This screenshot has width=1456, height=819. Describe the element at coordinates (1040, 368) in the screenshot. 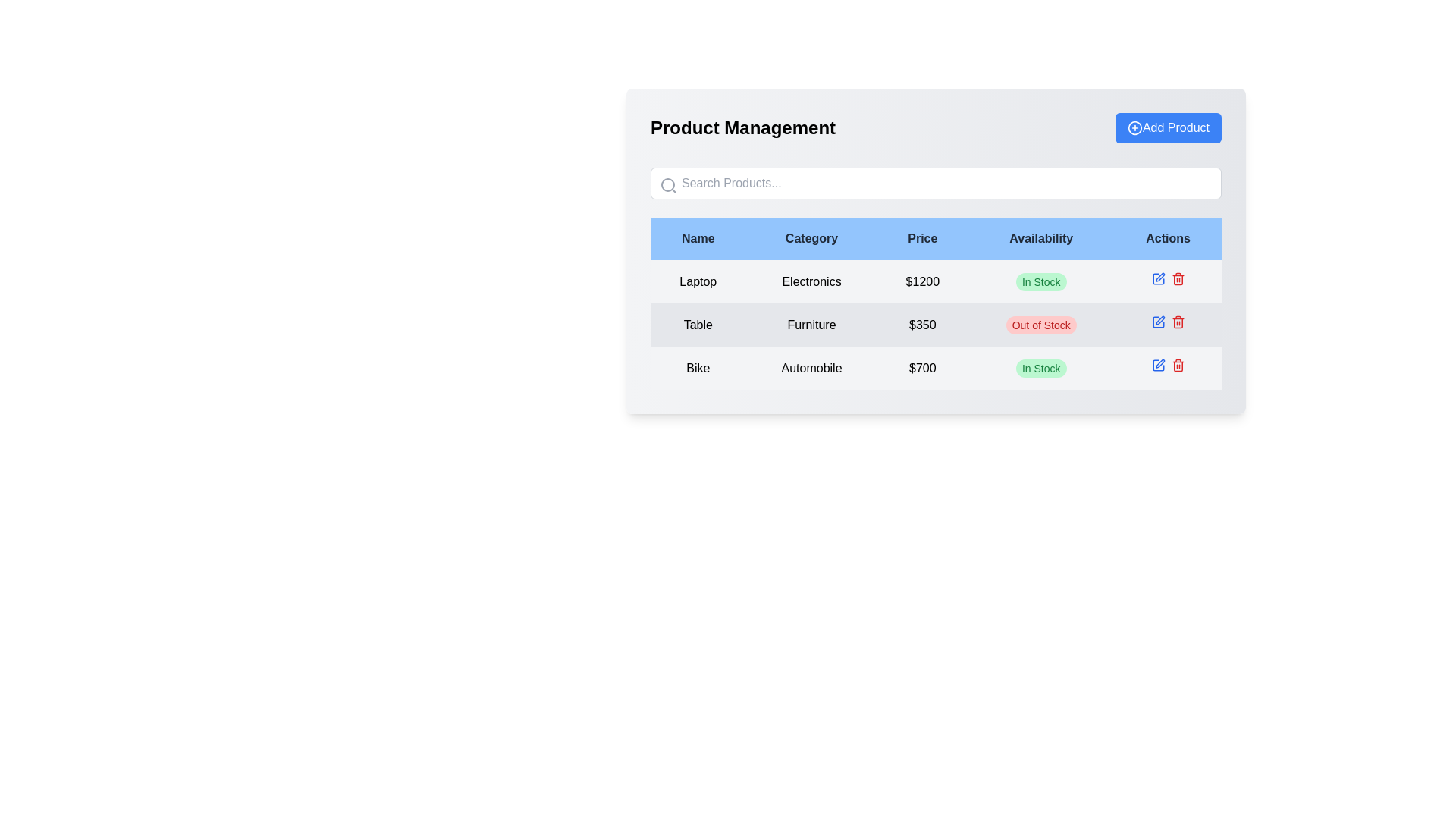

I see `the availability status label in the last row of the table for the 'Automobile' category item priced at $700, indicating it is currently in stock` at that location.